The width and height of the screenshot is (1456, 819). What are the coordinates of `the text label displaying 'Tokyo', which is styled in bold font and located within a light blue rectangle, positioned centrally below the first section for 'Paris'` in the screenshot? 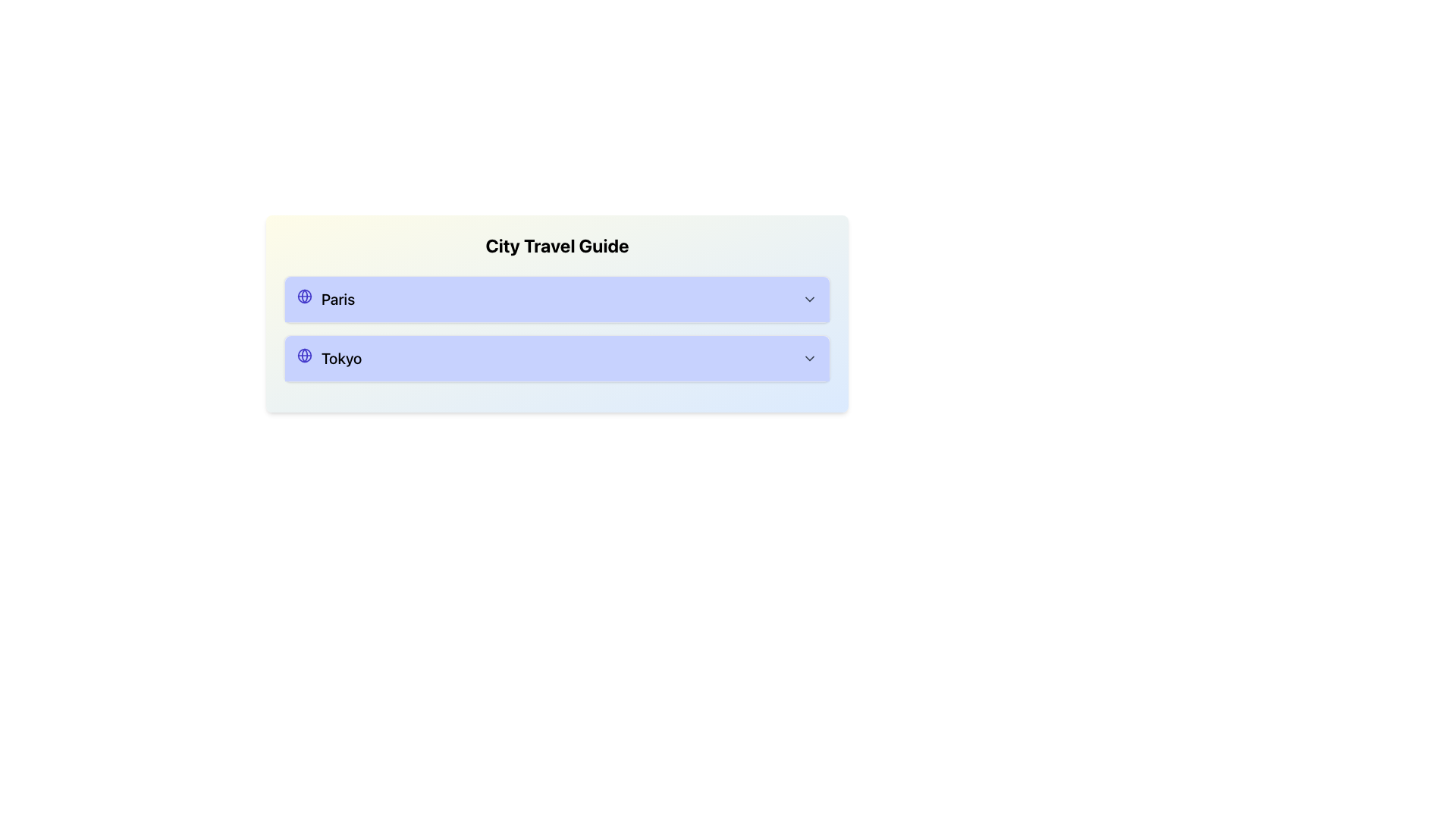 It's located at (340, 359).